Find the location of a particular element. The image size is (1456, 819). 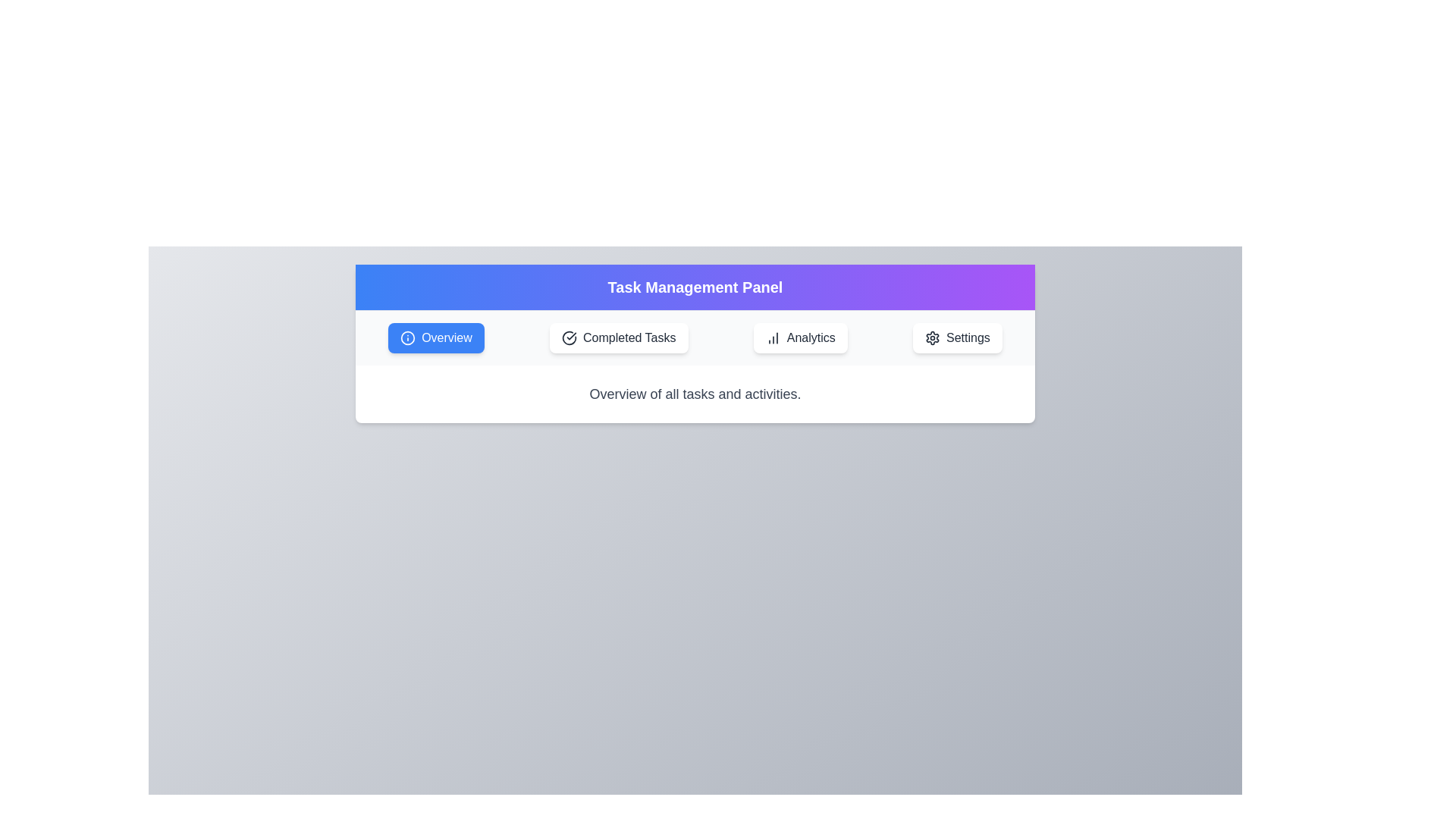

the vertical bar chart icon that is part of the 'Analytics' button in the top navigation bar, located on the left side adjacent to the text 'Analytics' is located at coordinates (773, 337).